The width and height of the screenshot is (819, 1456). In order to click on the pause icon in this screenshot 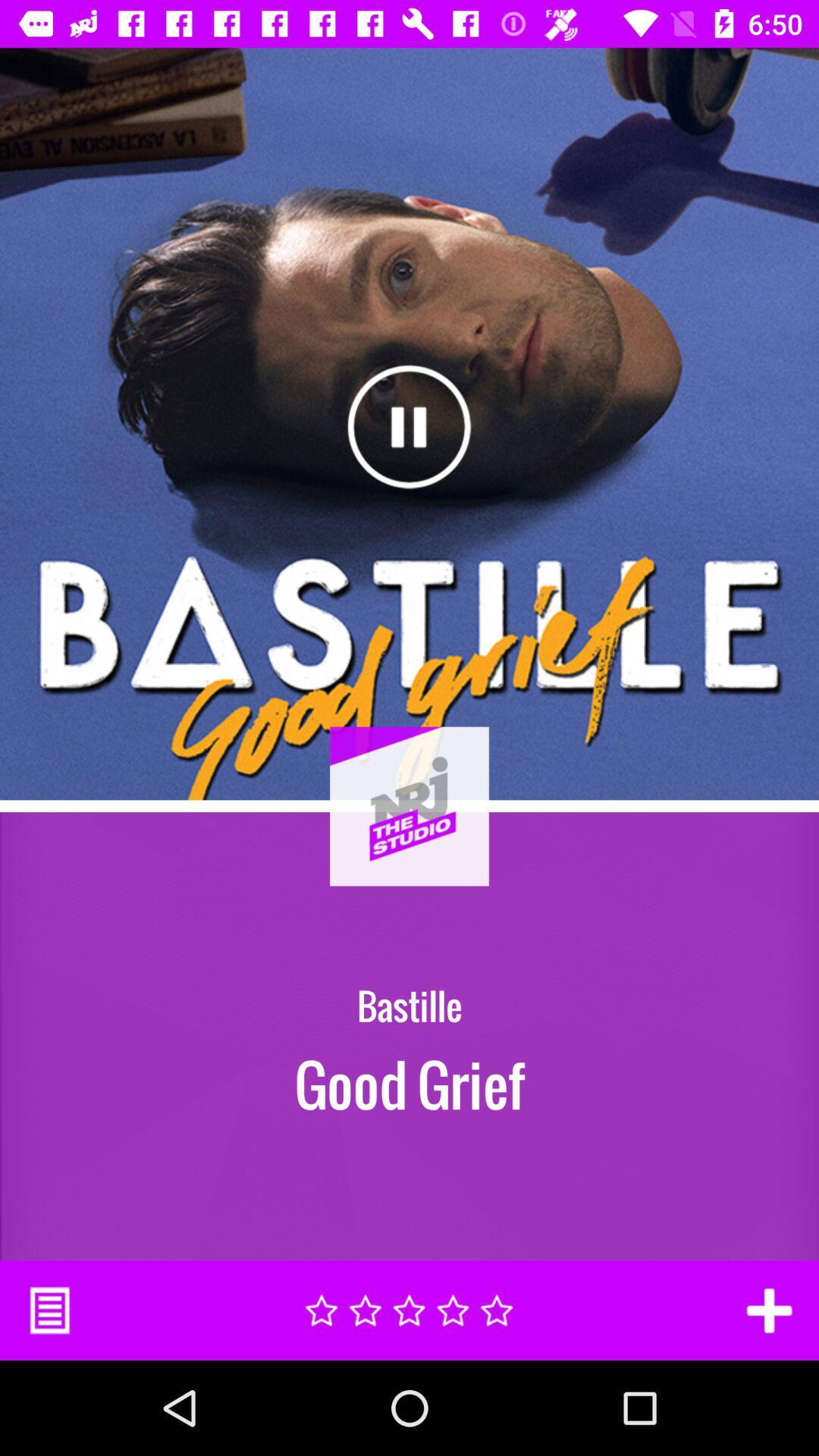, I will do `click(408, 425)`.